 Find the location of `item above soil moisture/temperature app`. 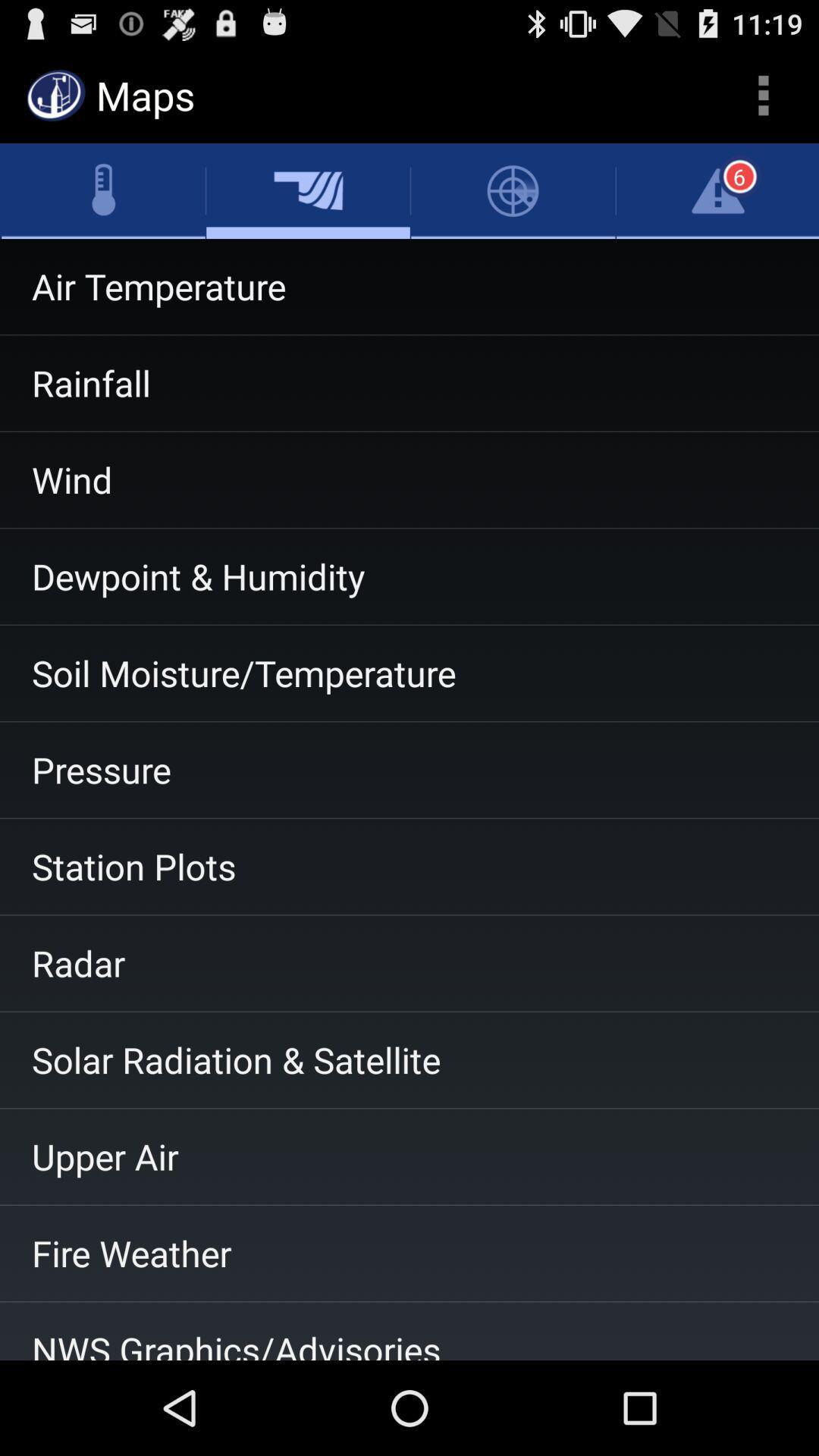

item above soil moisture/temperature app is located at coordinates (409, 576).